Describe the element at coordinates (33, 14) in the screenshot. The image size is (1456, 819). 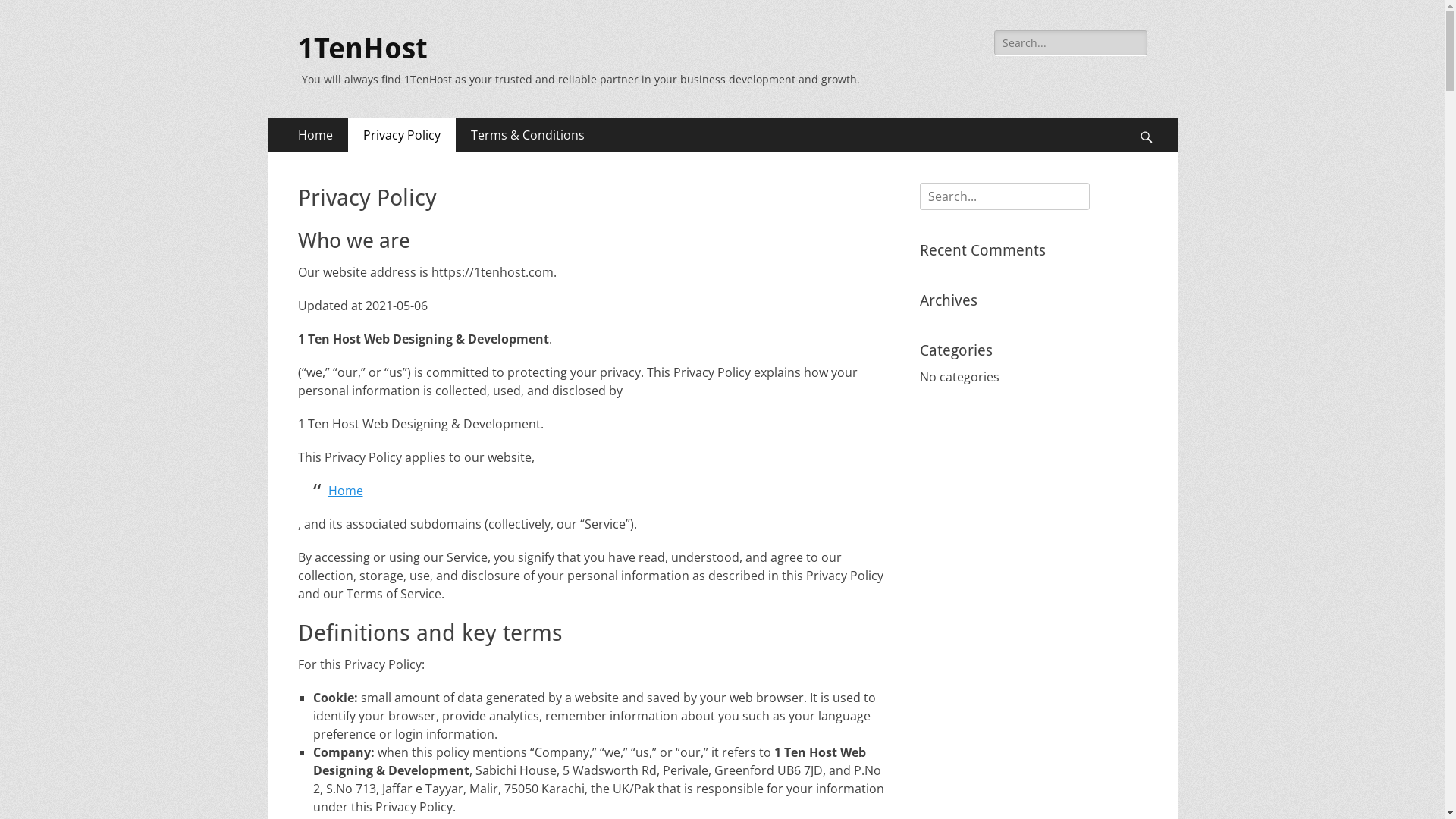
I see `'Search'` at that location.